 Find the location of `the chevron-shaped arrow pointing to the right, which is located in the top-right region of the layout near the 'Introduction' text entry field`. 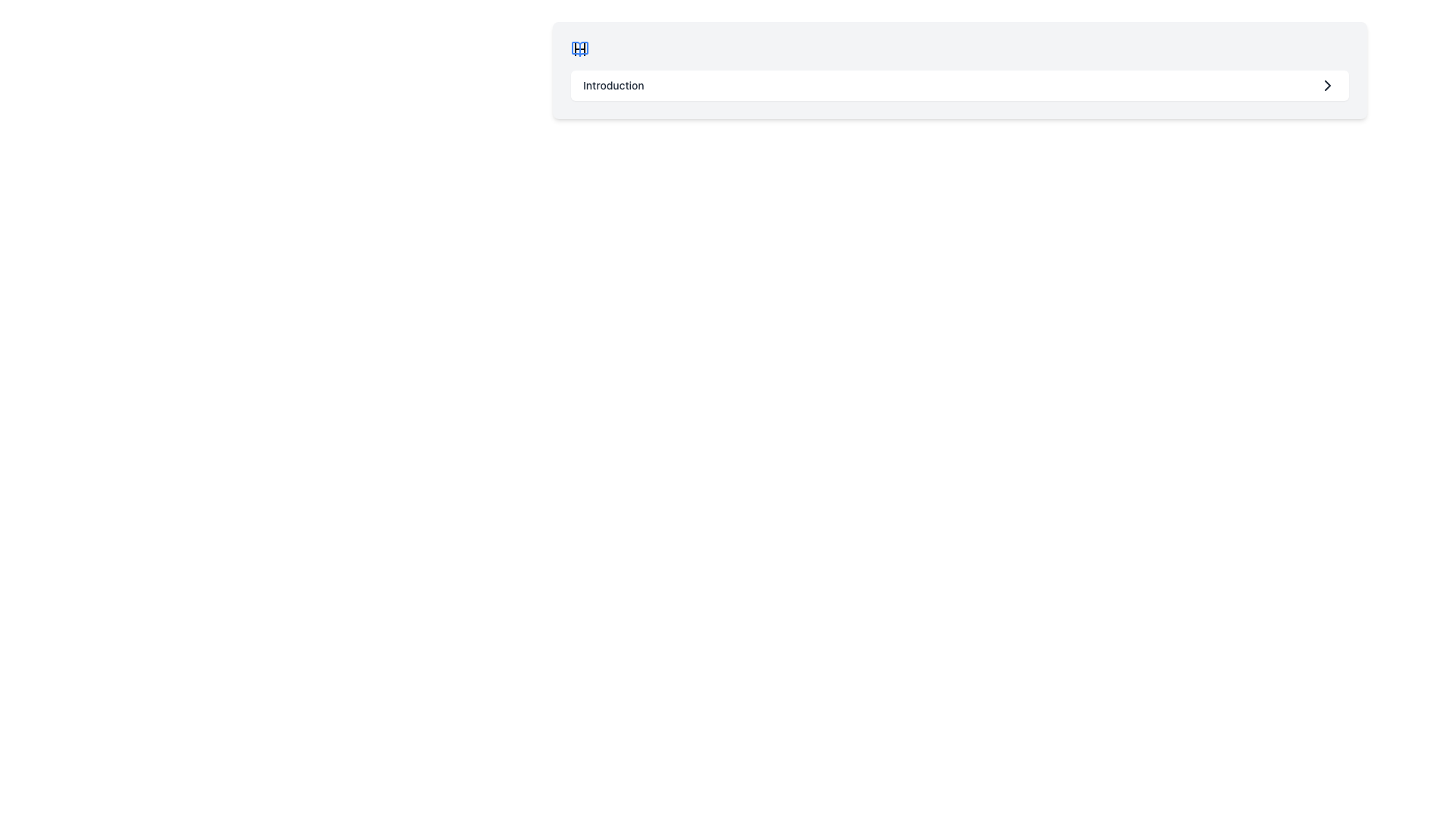

the chevron-shaped arrow pointing to the right, which is located in the top-right region of the layout near the 'Introduction' text entry field is located at coordinates (1327, 85).